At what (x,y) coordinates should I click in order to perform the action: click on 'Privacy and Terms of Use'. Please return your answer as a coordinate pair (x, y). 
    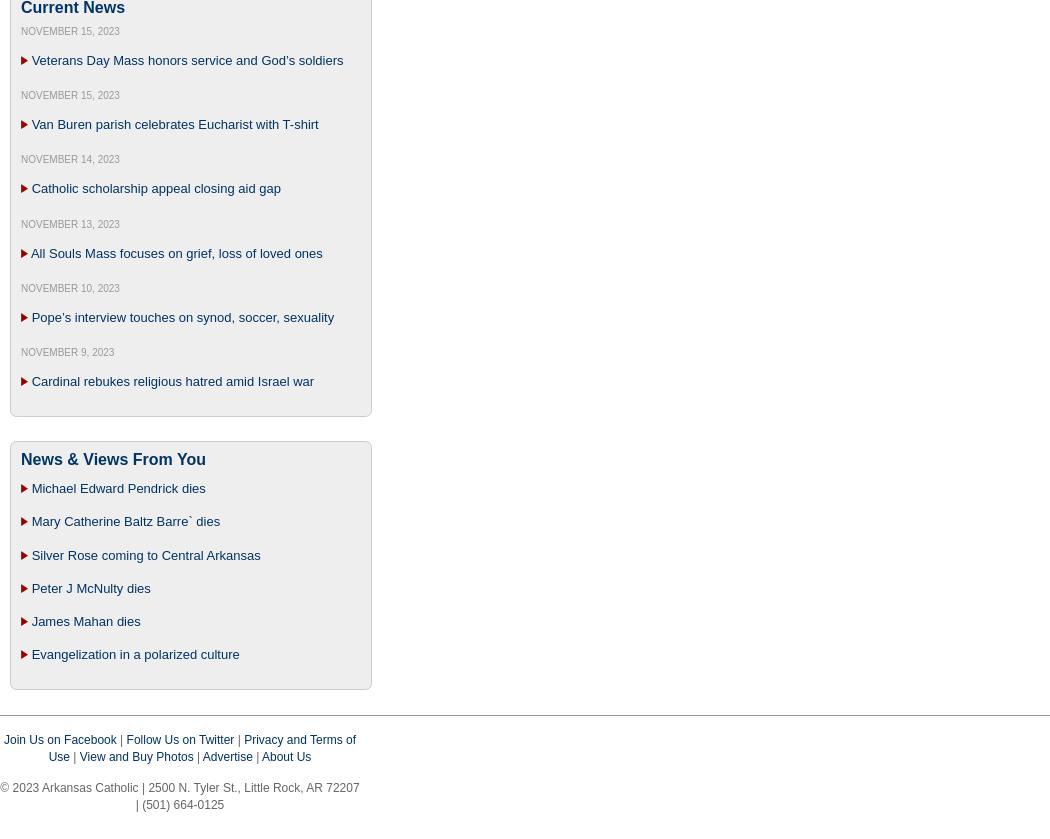
    Looking at the image, I should click on (200, 747).